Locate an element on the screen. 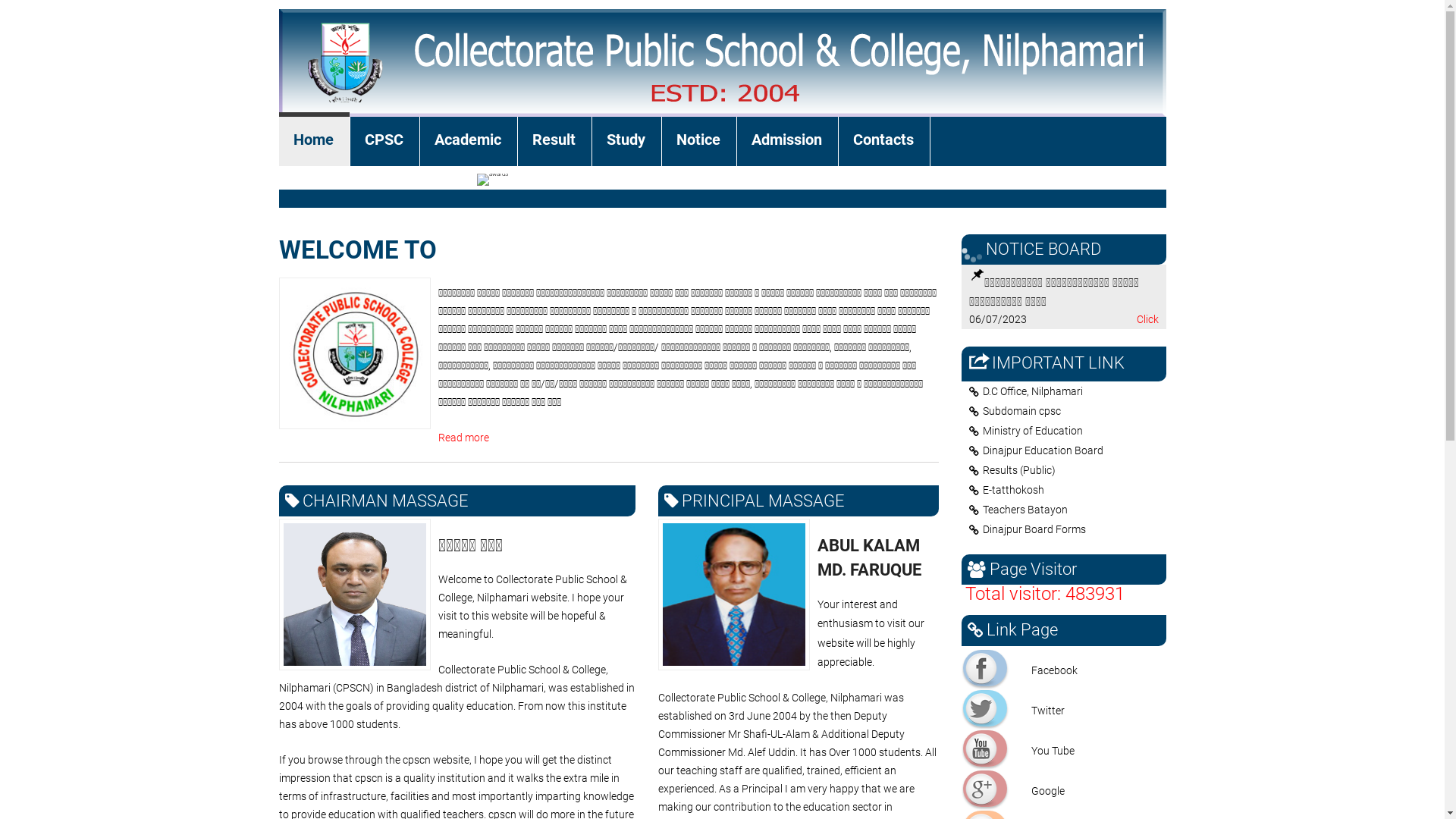 This screenshot has width=1456, height=819. 'Dinajpur Education Board' is located at coordinates (1066, 450).